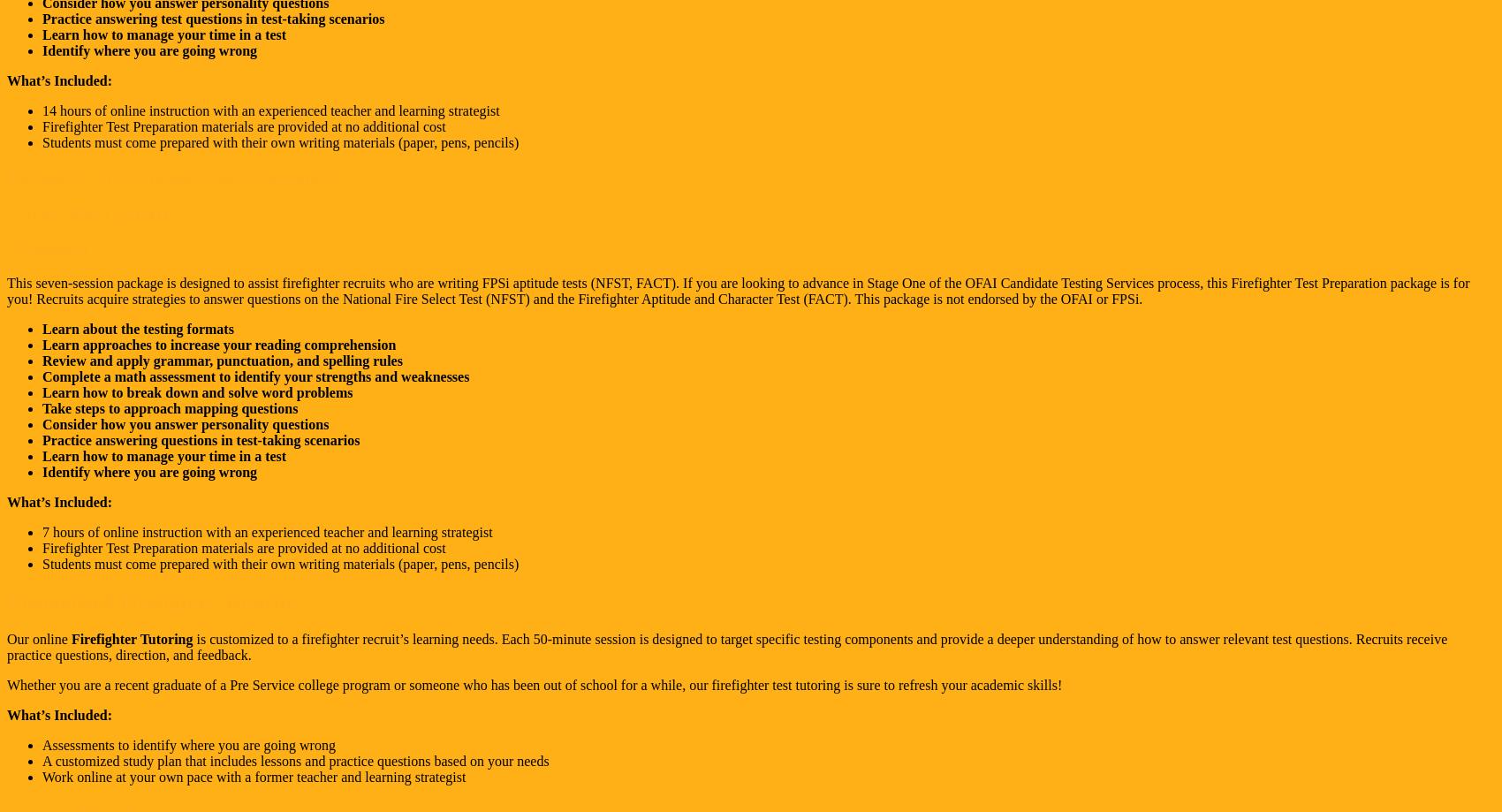 The width and height of the screenshot is (1502, 812). What do you see at coordinates (201, 439) in the screenshot?
I see `'Practice answering questions in test-taking scenarios'` at bounding box center [201, 439].